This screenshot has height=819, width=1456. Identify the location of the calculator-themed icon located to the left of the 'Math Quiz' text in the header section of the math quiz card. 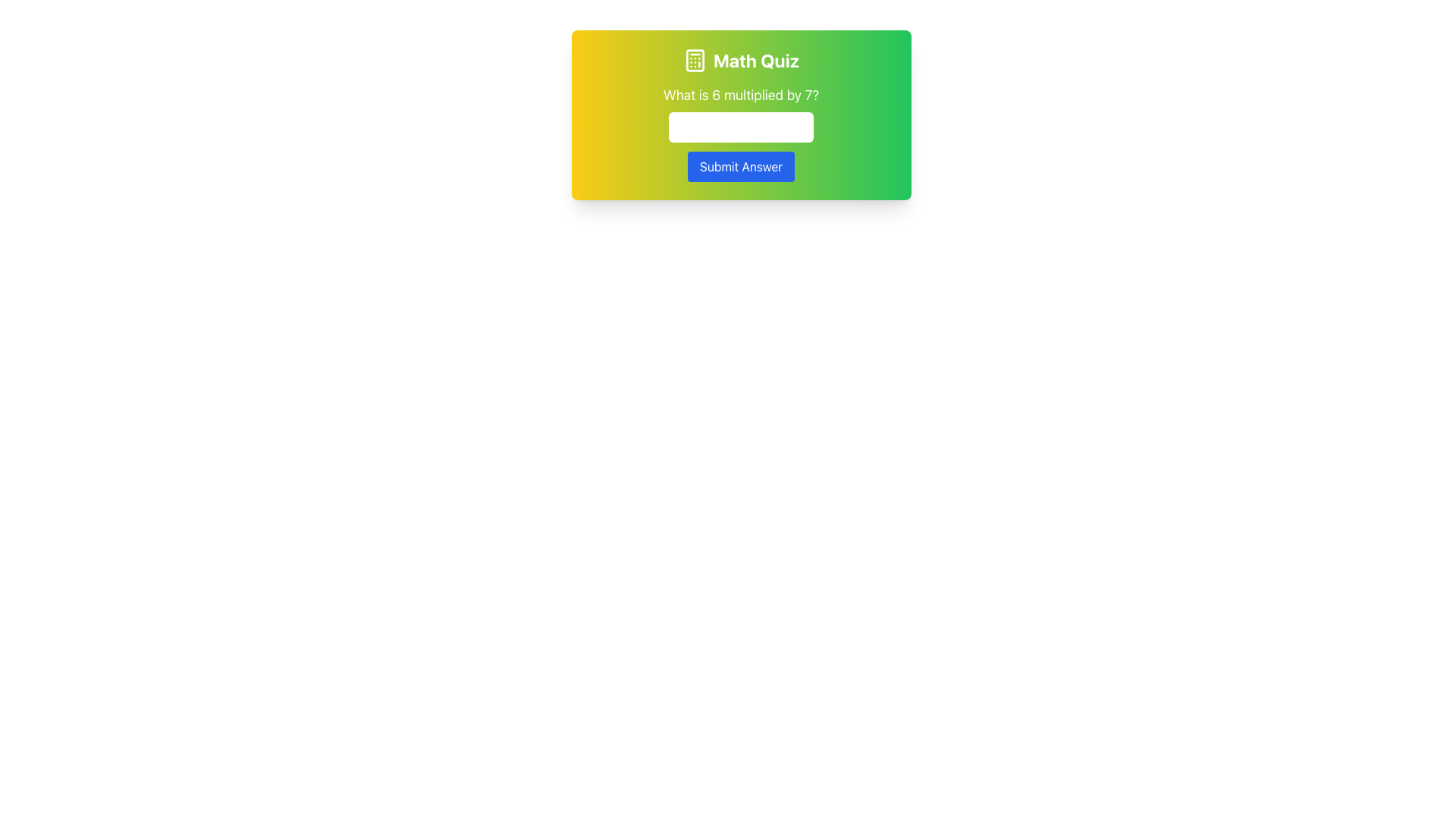
(694, 60).